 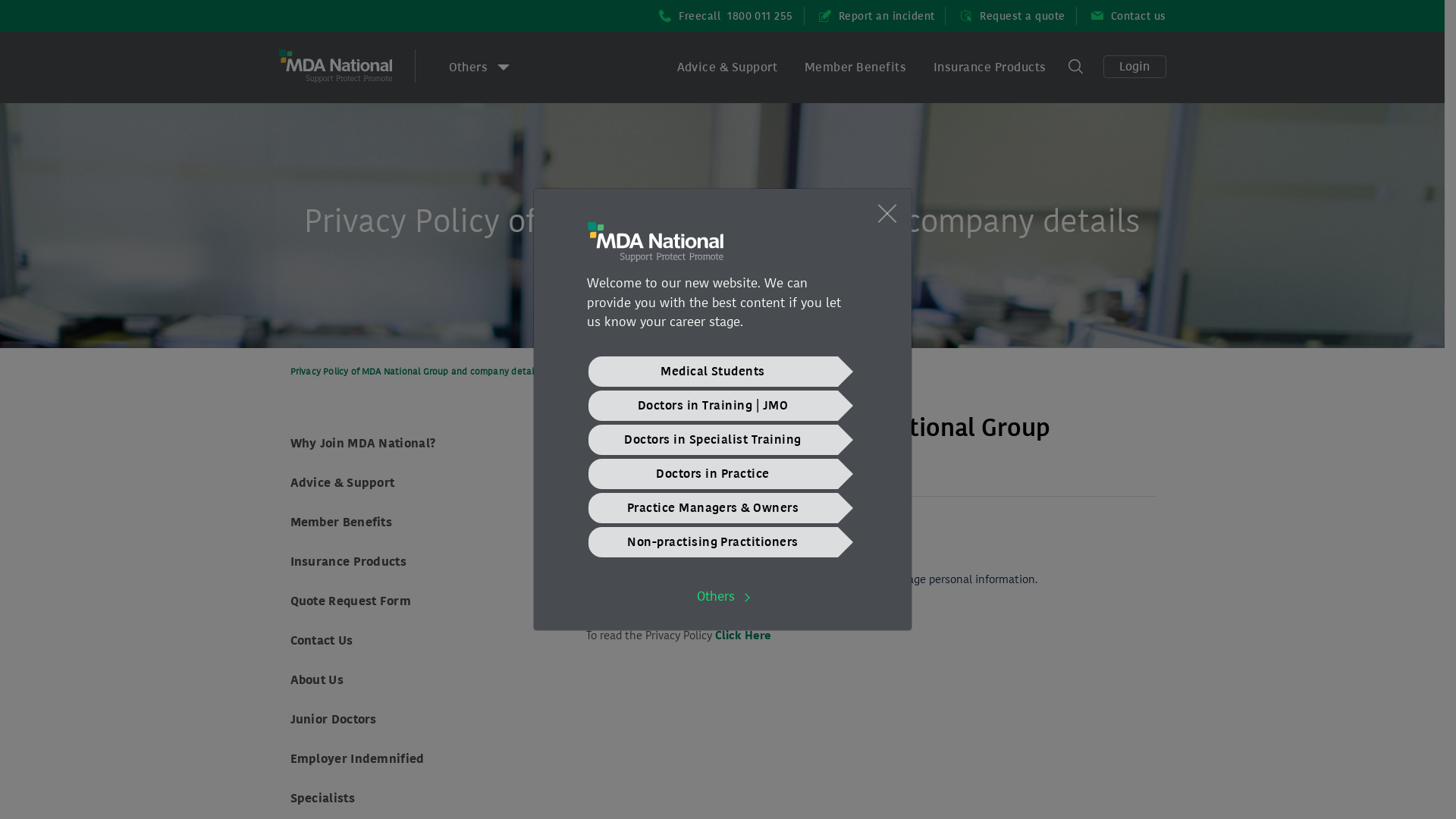 I want to click on 'Contact us', so click(x=1121, y=15).